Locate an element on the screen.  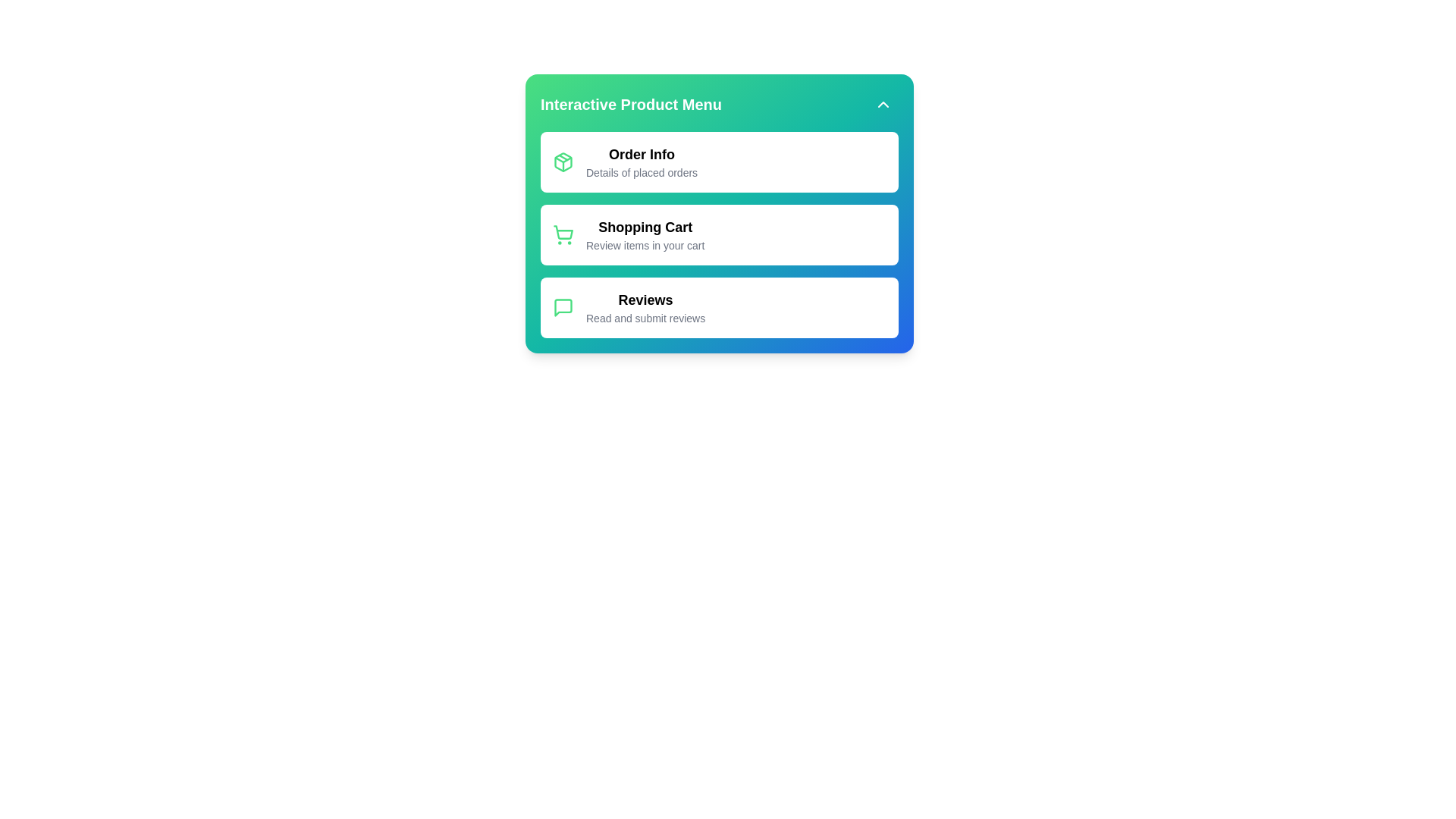
button at the top-right corner of the menu to toggle its visibility is located at coordinates (883, 104).